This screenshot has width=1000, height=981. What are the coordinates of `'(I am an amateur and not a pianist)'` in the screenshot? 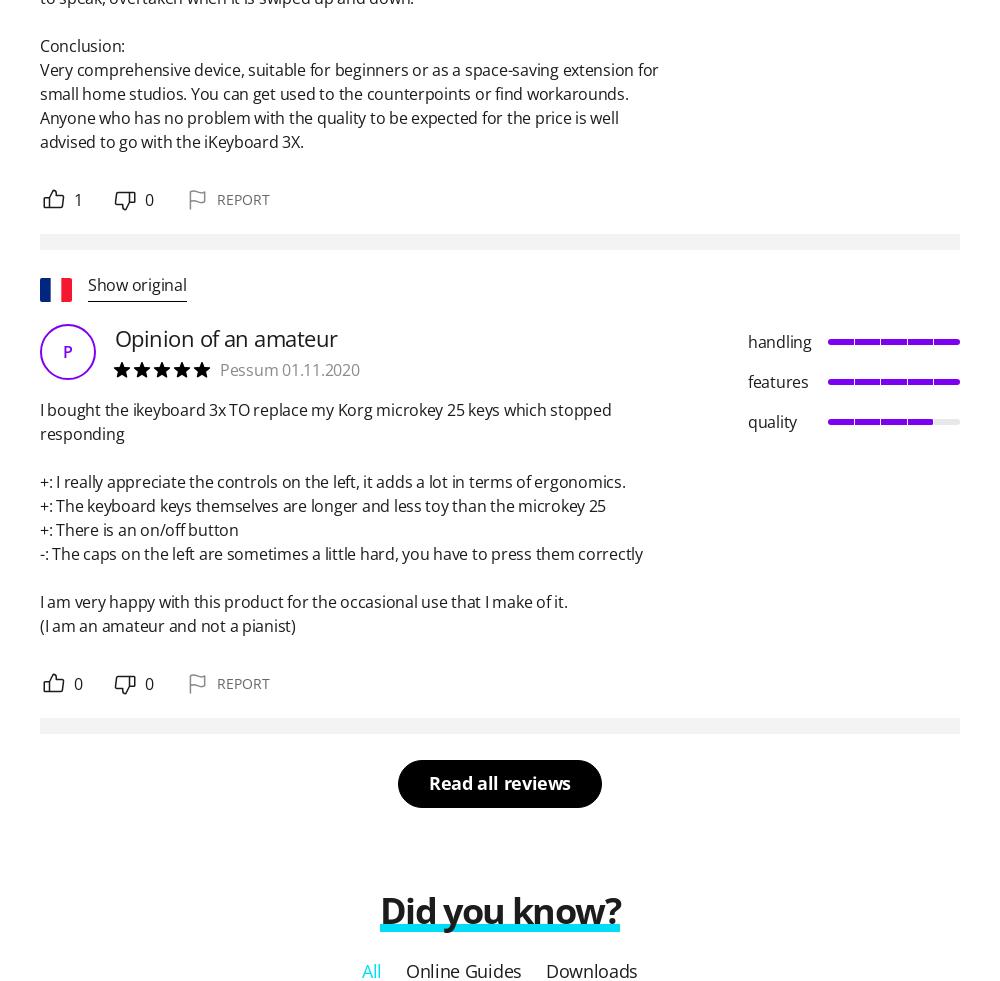 It's located at (167, 625).